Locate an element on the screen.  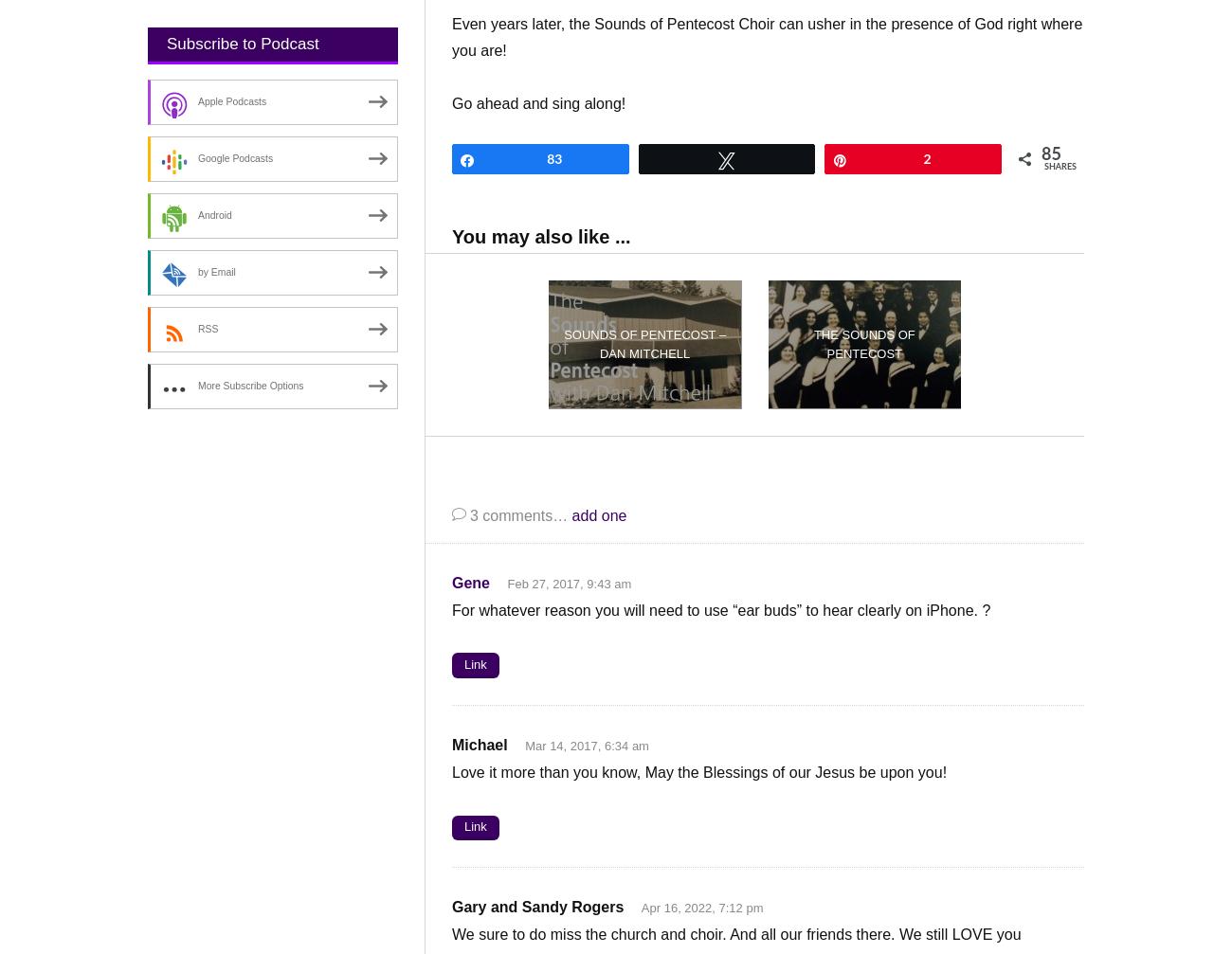
'Love it more than you know, May the Blessings of our Jesus be upon you!' is located at coordinates (699, 770).